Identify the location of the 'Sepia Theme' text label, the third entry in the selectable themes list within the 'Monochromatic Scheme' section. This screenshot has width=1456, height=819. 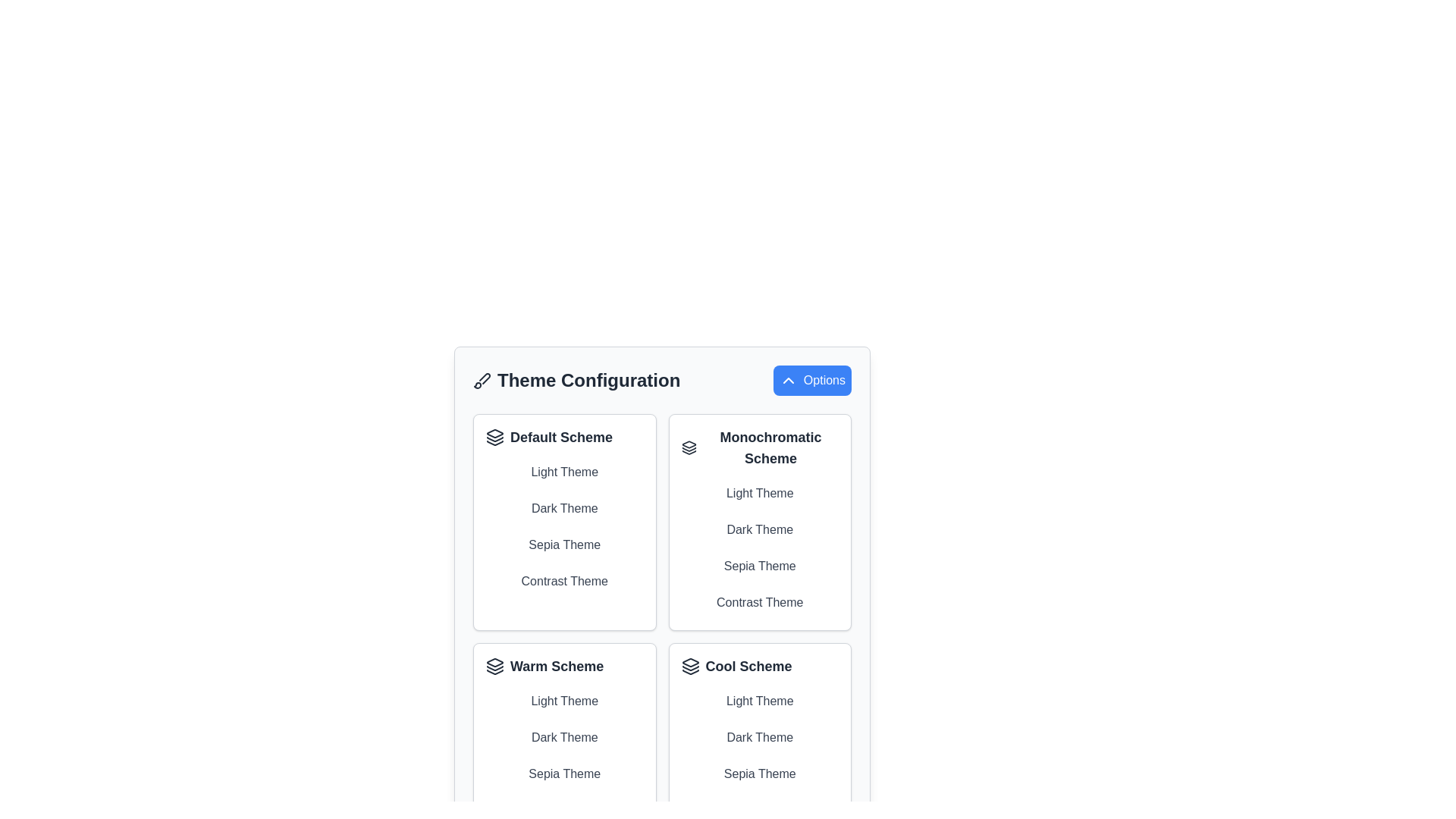
(760, 566).